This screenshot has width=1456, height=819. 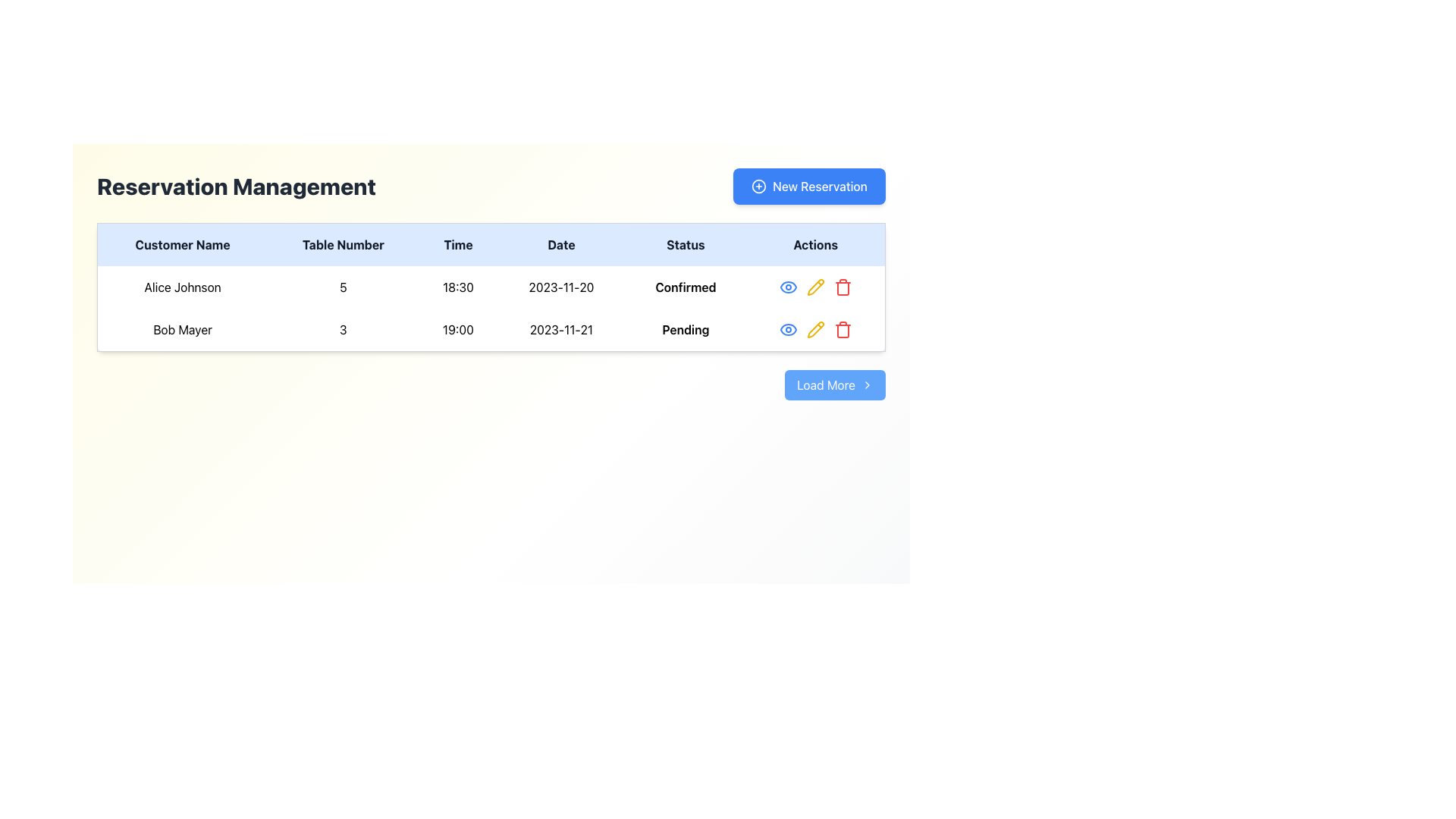 What do you see at coordinates (759, 186) in the screenshot?
I see `the circular '+' icon within the 'New Reservation' button located in the upper-right section of the interface to initiate a new reservation` at bounding box center [759, 186].